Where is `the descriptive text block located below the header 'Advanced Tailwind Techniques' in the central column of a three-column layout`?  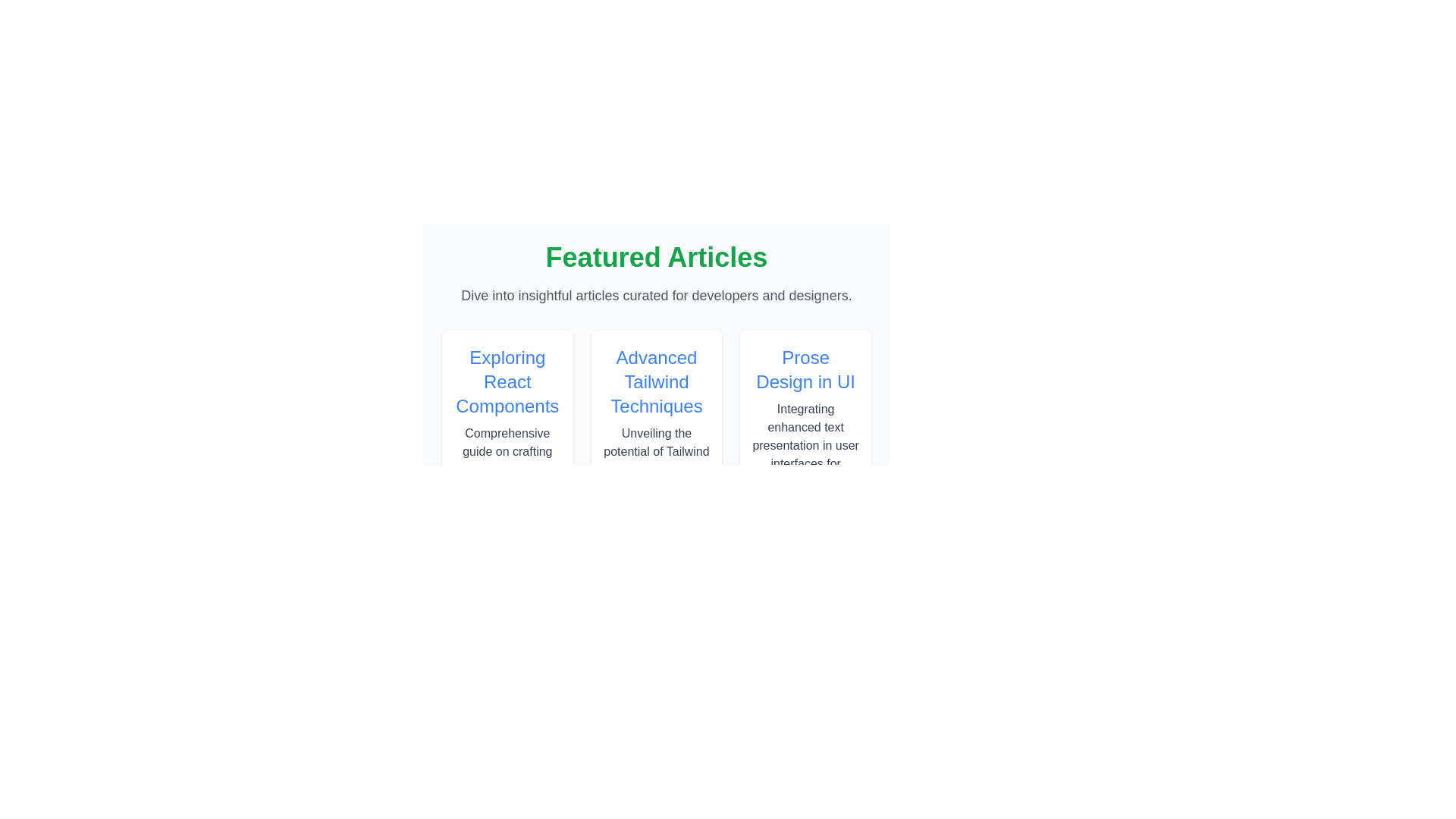
the descriptive text block located below the header 'Advanced Tailwind Techniques' in the central column of a three-column layout is located at coordinates (656, 460).